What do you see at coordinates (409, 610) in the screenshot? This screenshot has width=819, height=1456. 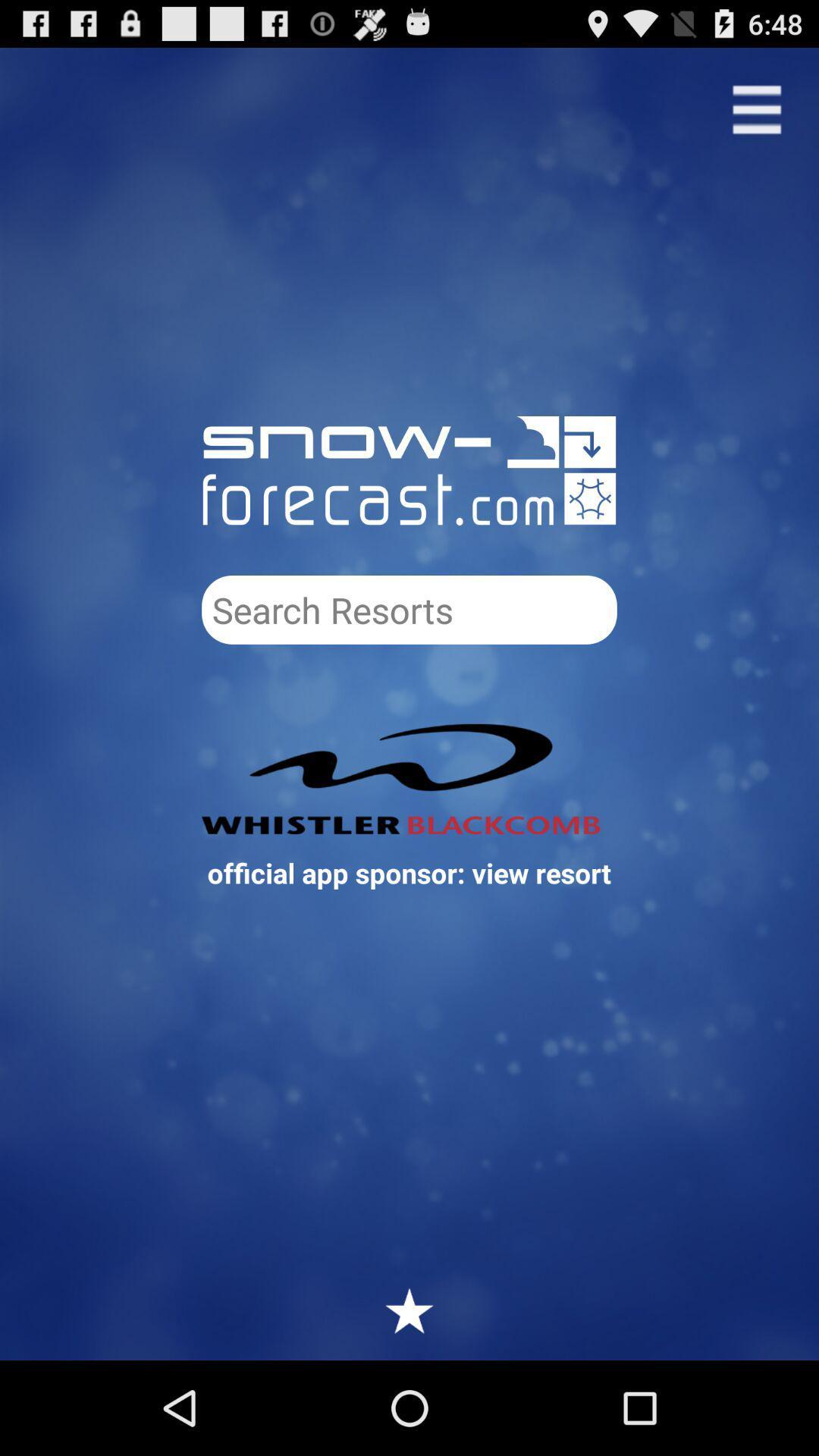 I see `search bar` at bounding box center [409, 610].